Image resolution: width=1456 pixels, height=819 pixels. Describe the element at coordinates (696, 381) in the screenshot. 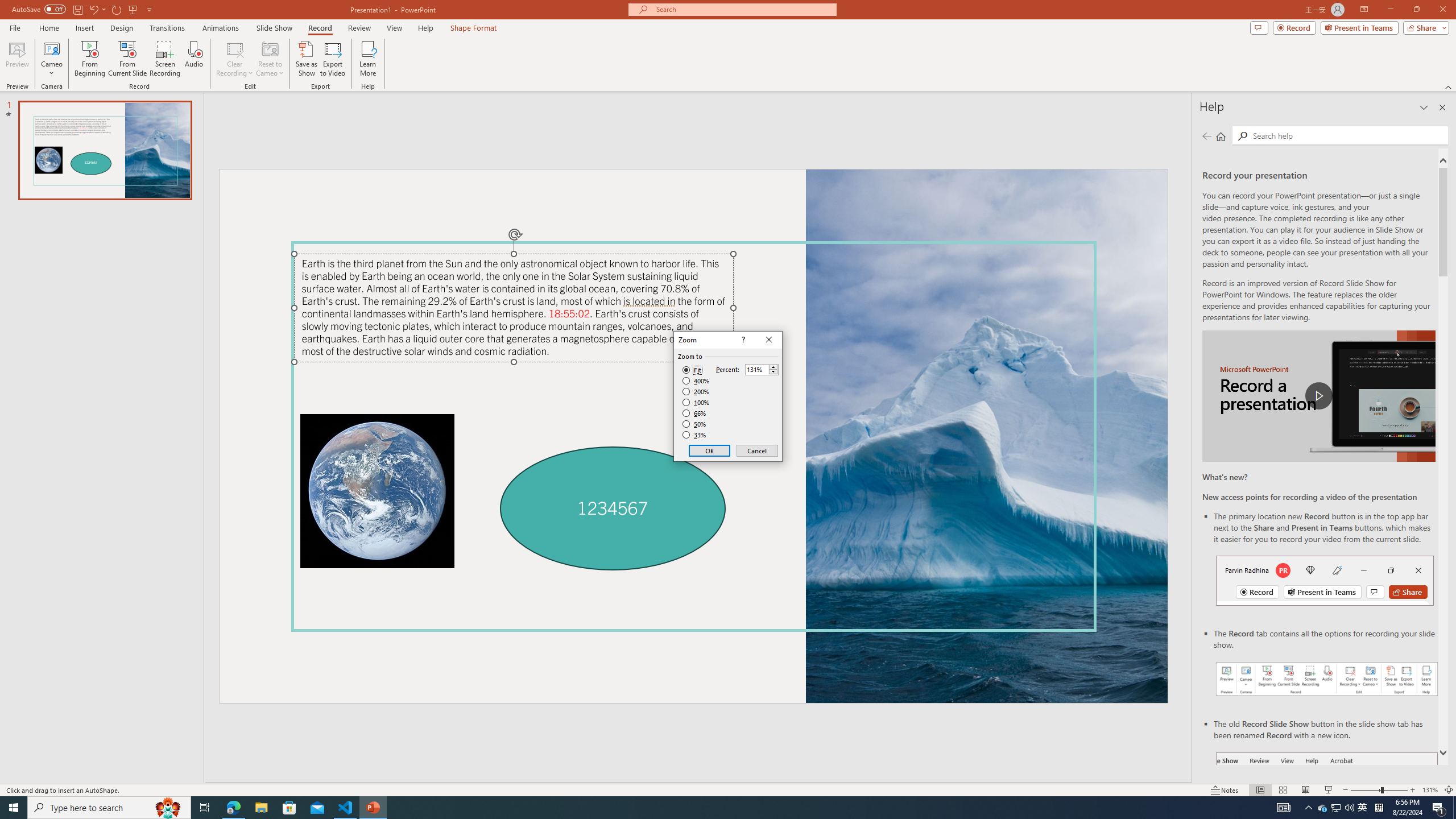

I see `'400%'` at that location.